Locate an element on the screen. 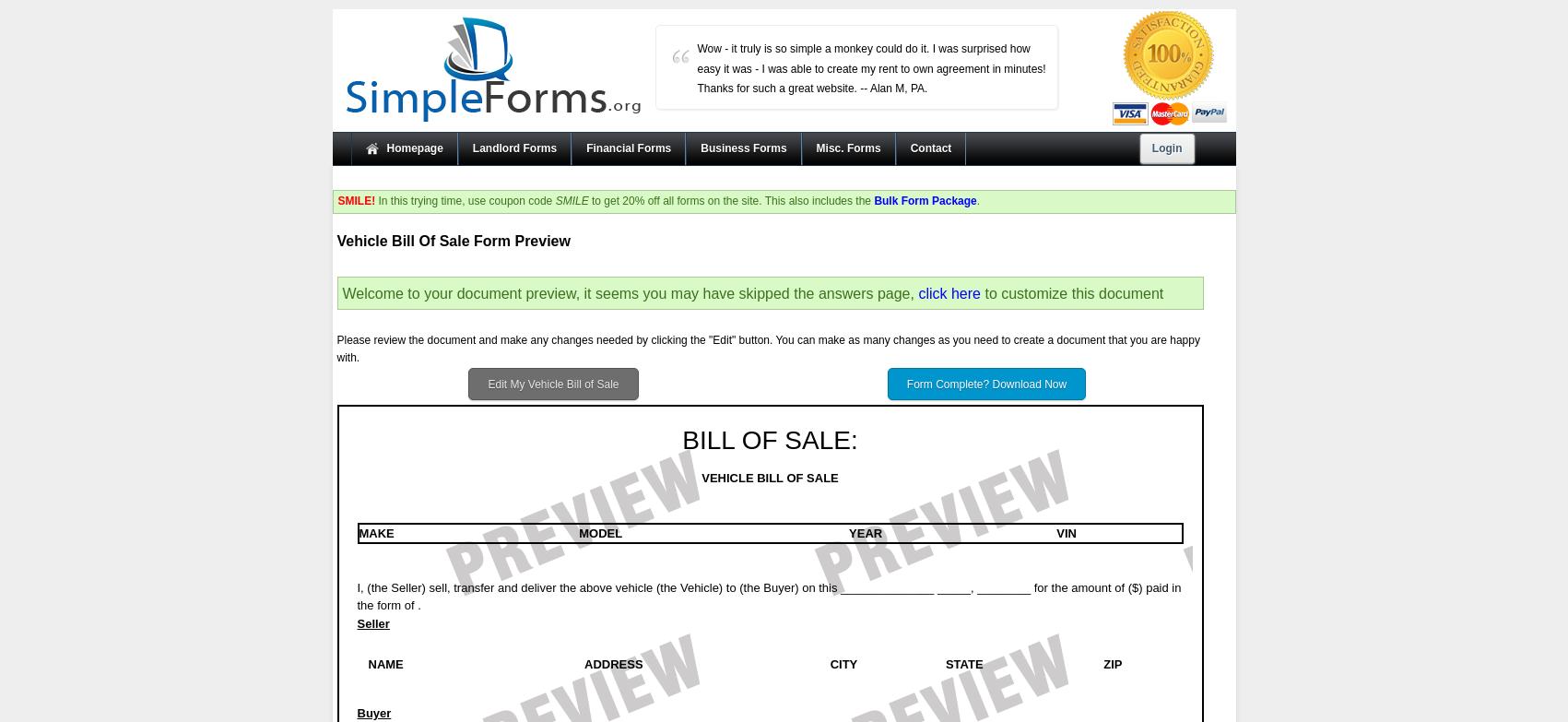 This screenshot has width=1568, height=722. 'VEHICLE BILL OF SALE' is located at coordinates (770, 477).